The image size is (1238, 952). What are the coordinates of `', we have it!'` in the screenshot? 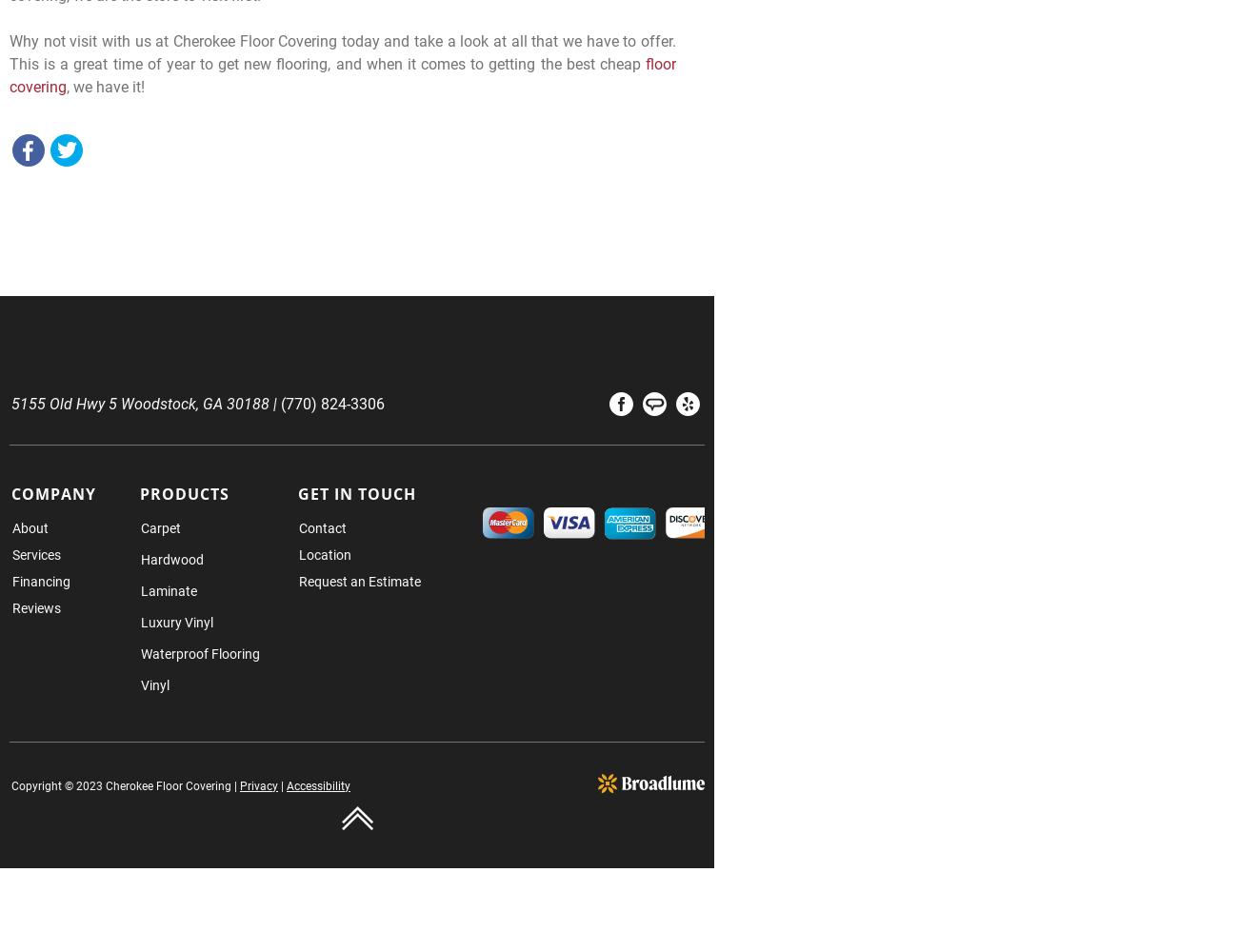 It's located at (105, 86).